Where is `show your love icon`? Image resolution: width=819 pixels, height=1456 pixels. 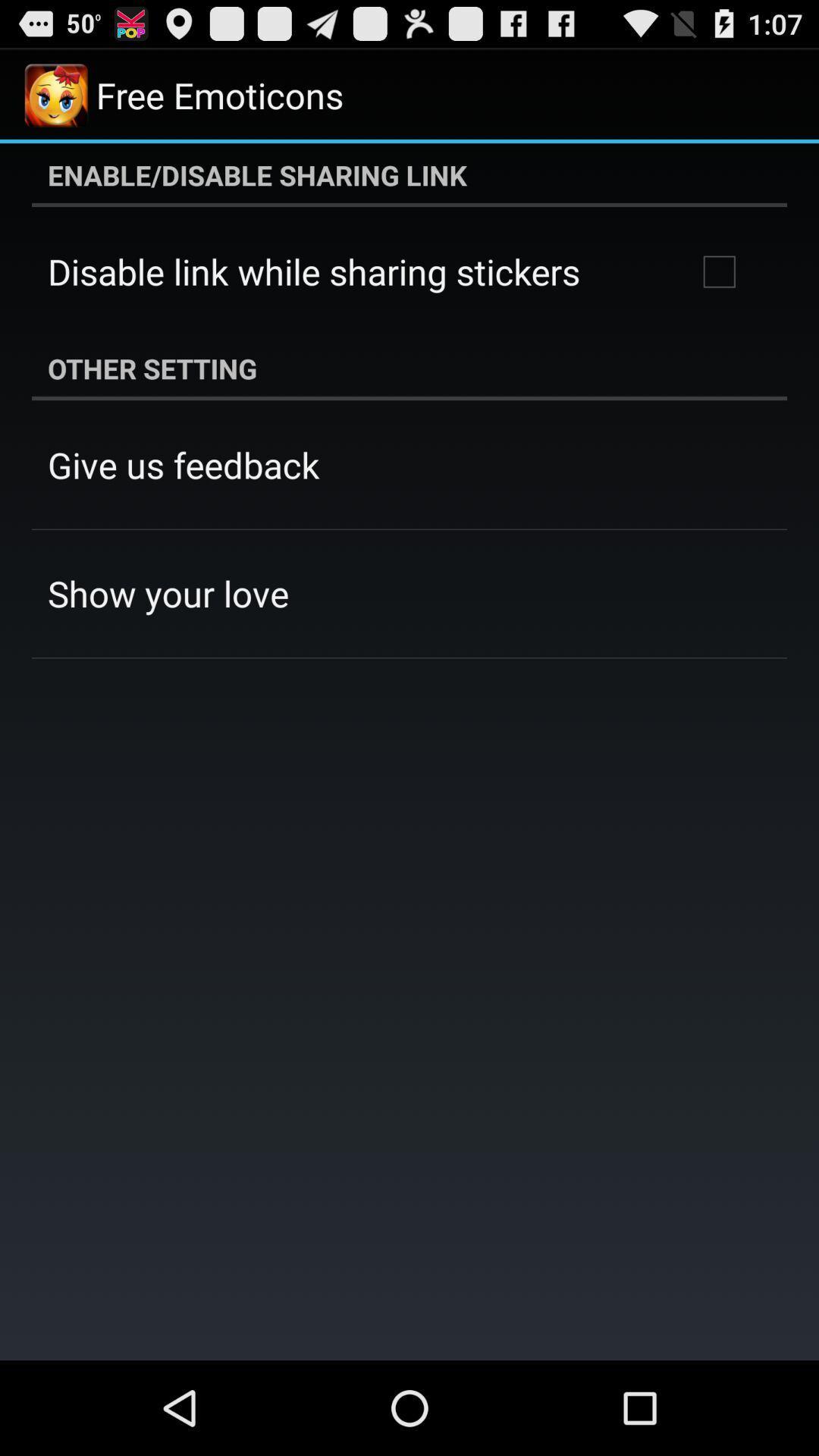 show your love icon is located at coordinates (168, 592).